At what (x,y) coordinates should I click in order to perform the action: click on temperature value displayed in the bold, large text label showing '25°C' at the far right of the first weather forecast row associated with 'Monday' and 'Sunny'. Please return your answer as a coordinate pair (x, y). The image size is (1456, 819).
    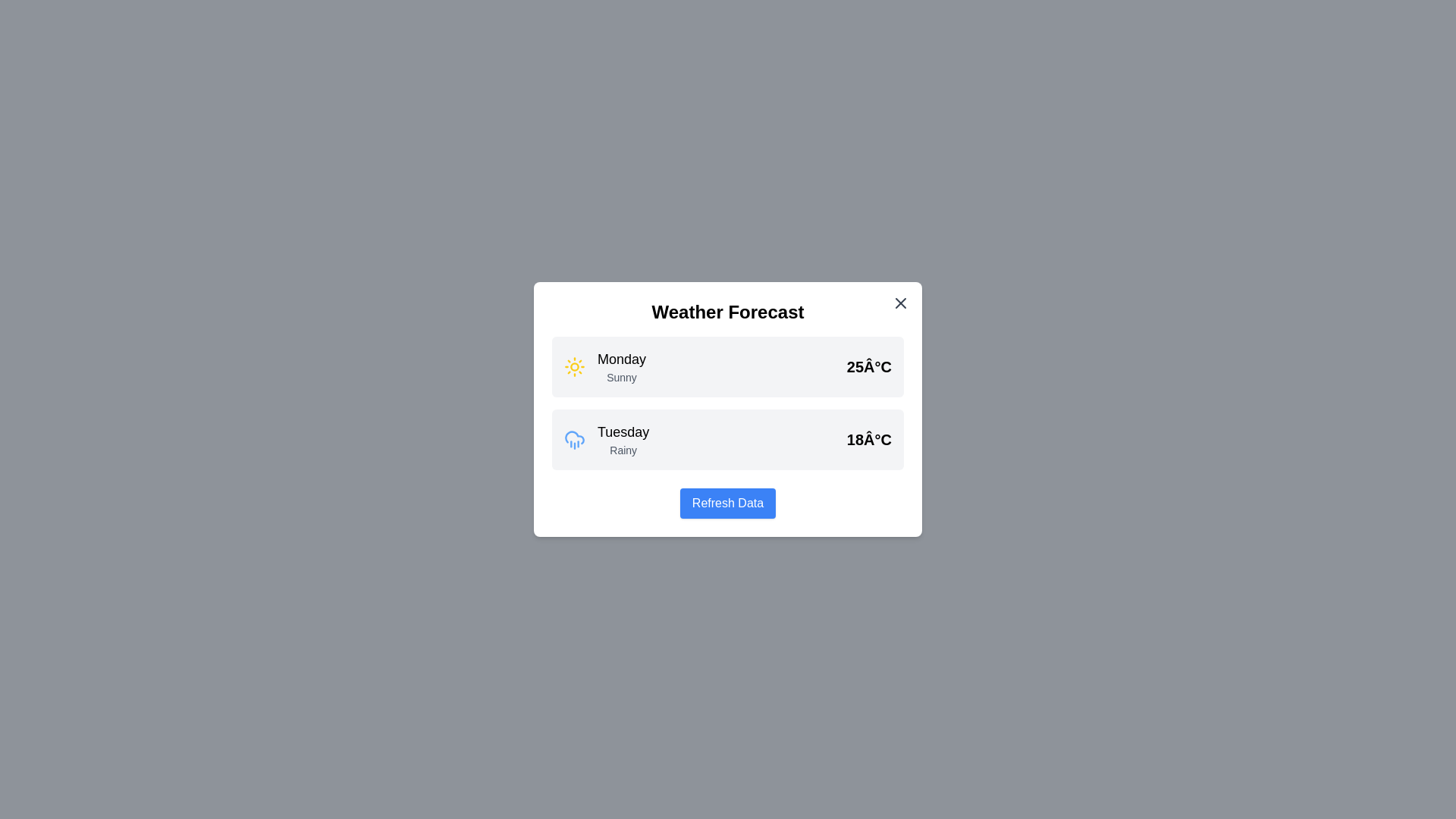
    Looking at the image, I should click on (869, 366).